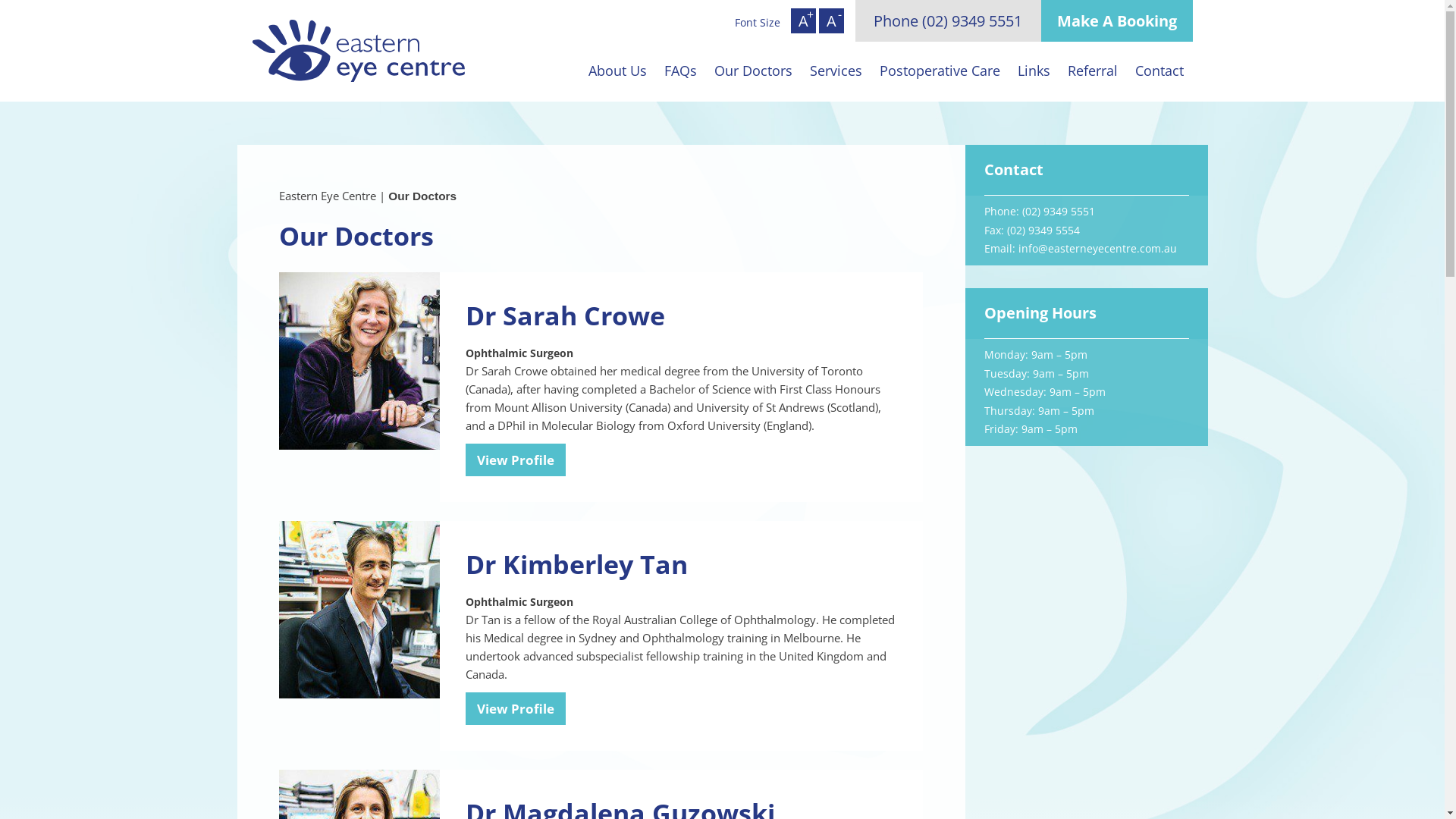 The image size is (1456, 819). What do you see at coordinates (938, 70) in the screenshot?
I see `'Postoperative Care'` at bounding box center [938, 70].